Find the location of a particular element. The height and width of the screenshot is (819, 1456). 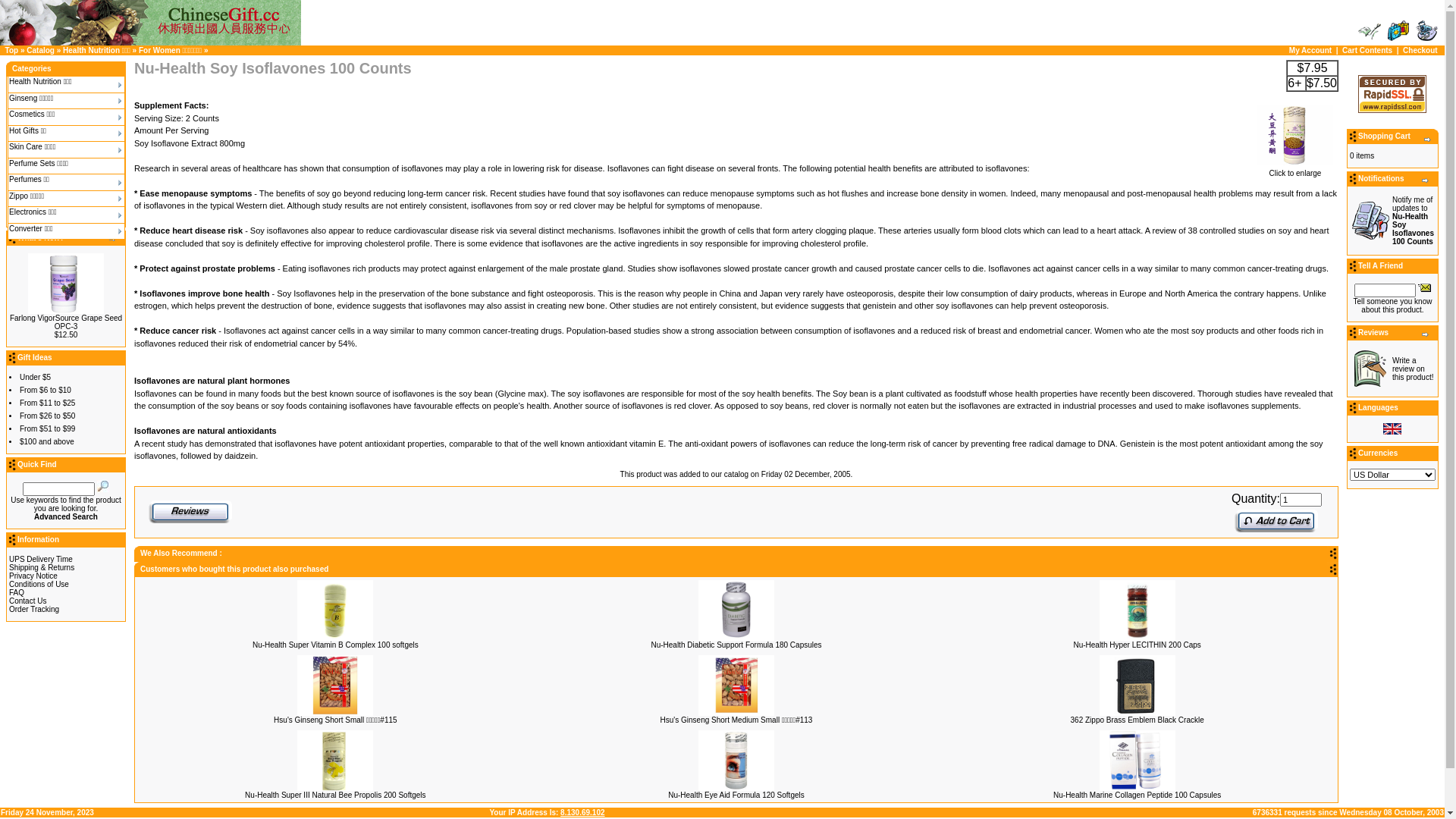

' Farlong VigorSource Grape Seed OPC-3 ' is located at coordinates (64, 284).